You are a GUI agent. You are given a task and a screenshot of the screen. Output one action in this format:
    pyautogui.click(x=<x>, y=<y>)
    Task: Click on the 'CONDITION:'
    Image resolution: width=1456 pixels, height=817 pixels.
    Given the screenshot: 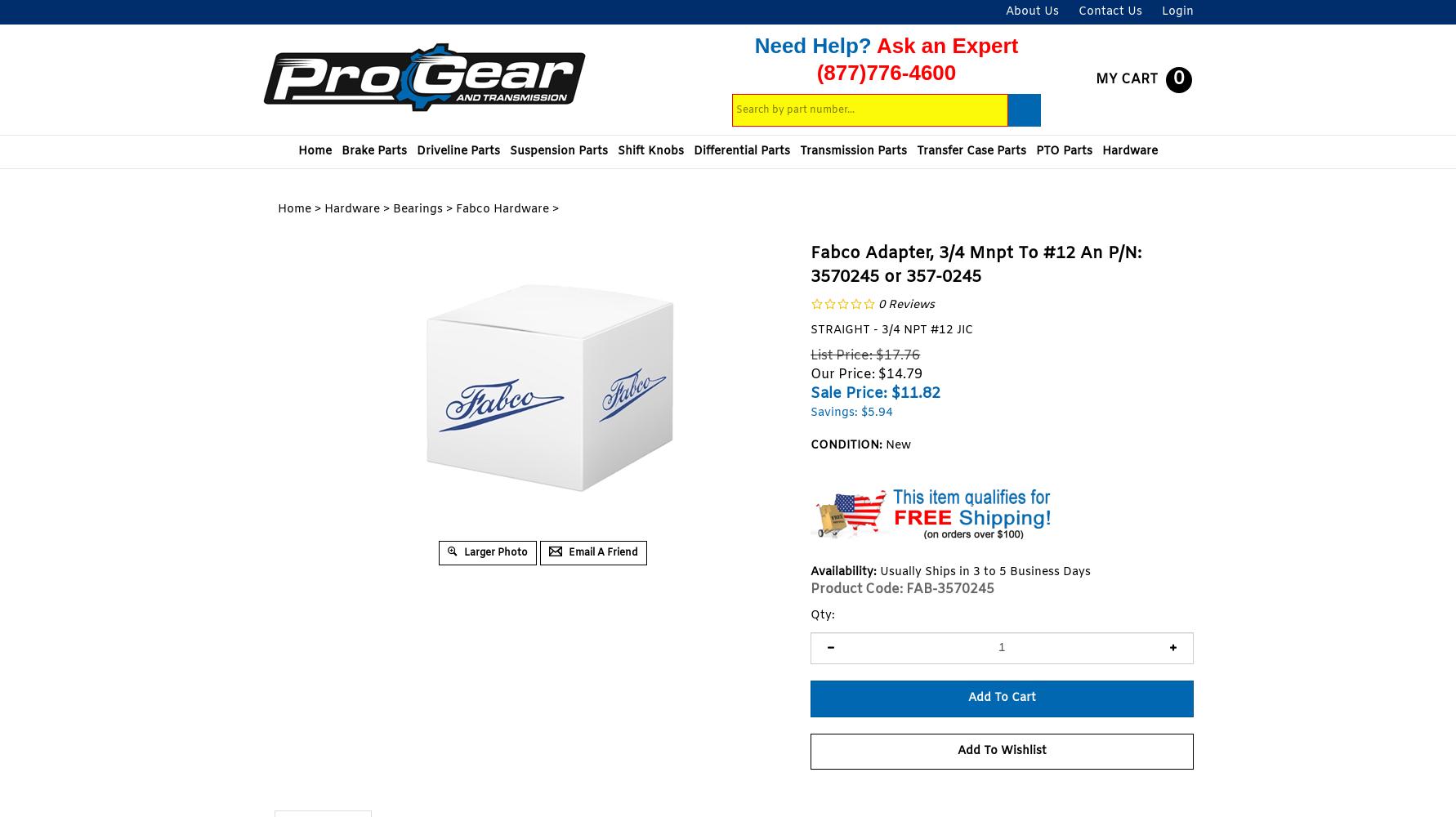 What is the action you would take?
    pyautogui.click(x=846, y=445)
    